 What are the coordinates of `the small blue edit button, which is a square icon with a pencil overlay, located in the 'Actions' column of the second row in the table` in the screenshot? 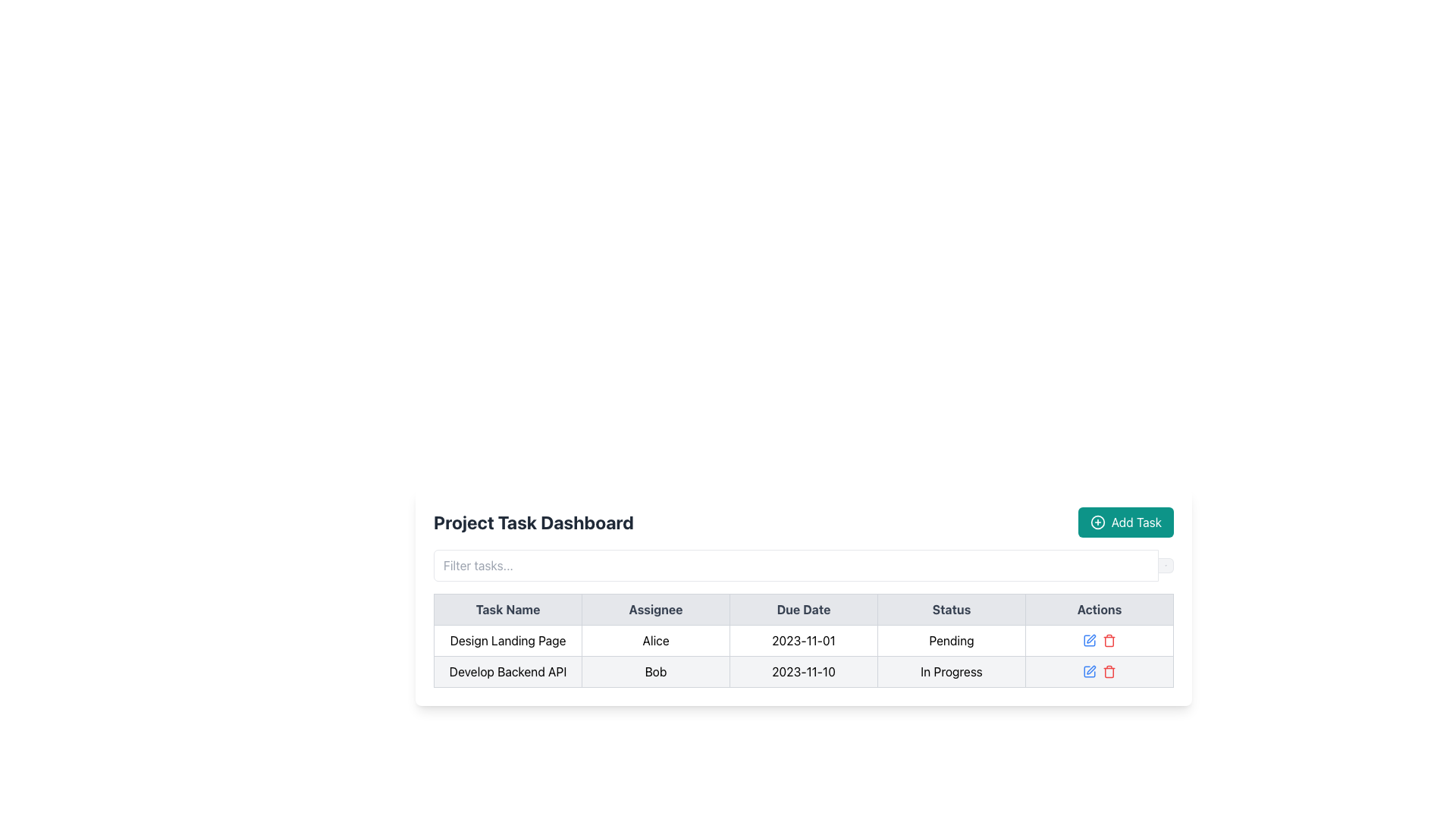 It's located at (1088, 671).